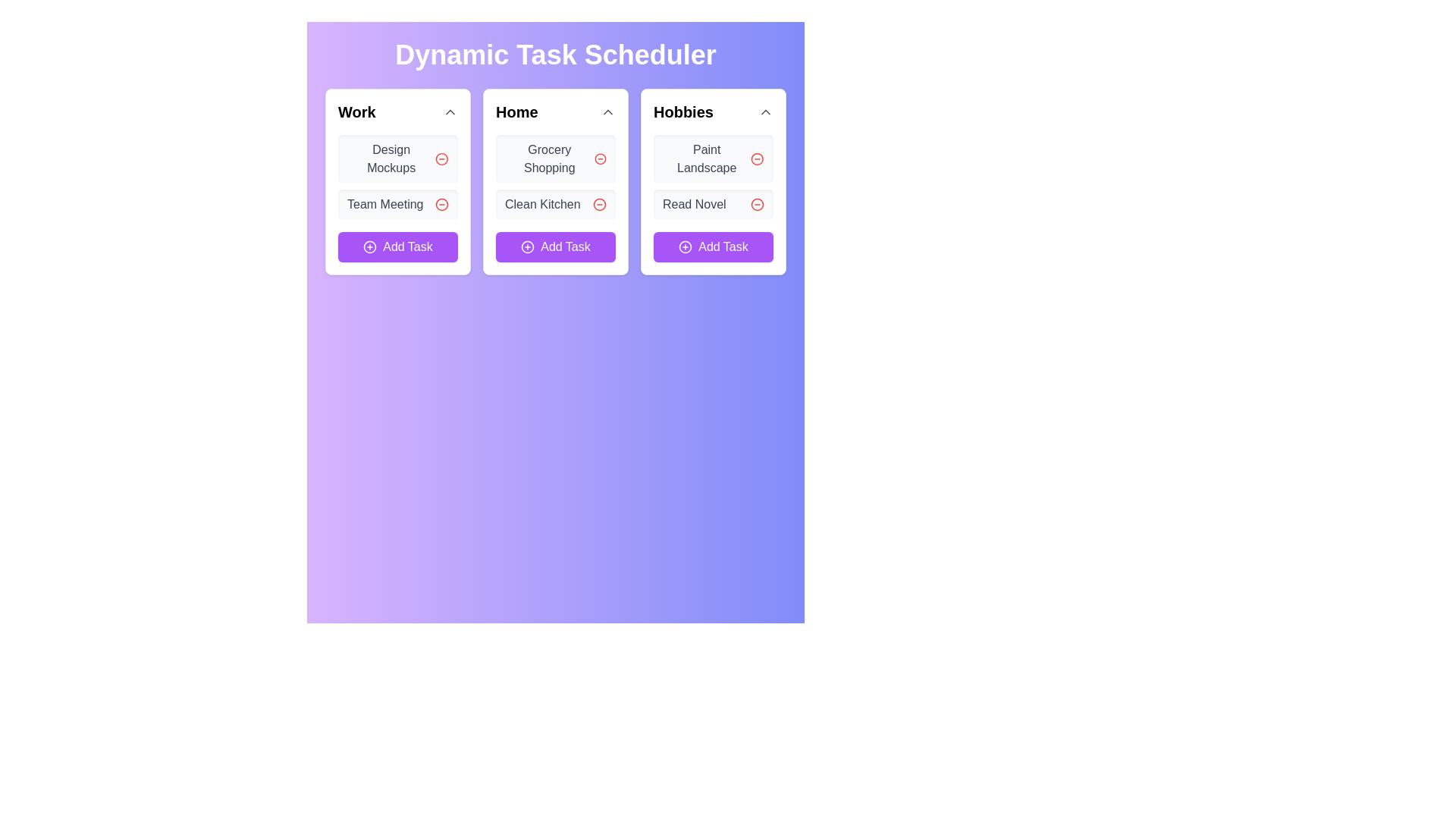 This screenshot has height=819, width=1456. Describe the element at coordinates (599, 205) in the screenshot. I see `the button located in the 'Home' section next to the 'Clean Kitchen' task` at that location.